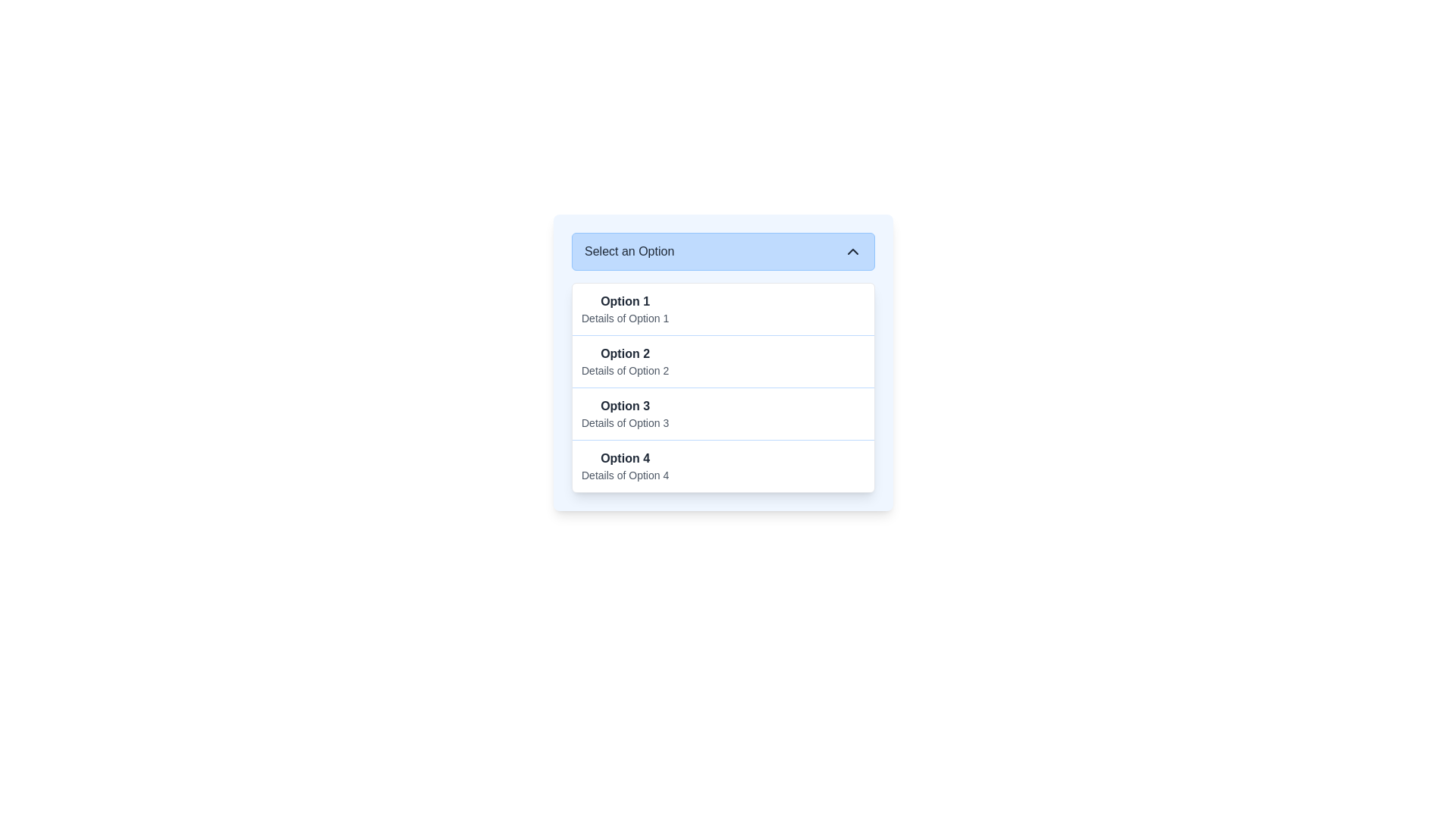 This screenshot has width=1456, height=819. Describe the element at coordinates (625, 423) in the screenshot. I see `the text label displaying 'Details of Option 3', which is positioned below 'Option 3' in a lighter gray color within the option selection dropdown` at that location.